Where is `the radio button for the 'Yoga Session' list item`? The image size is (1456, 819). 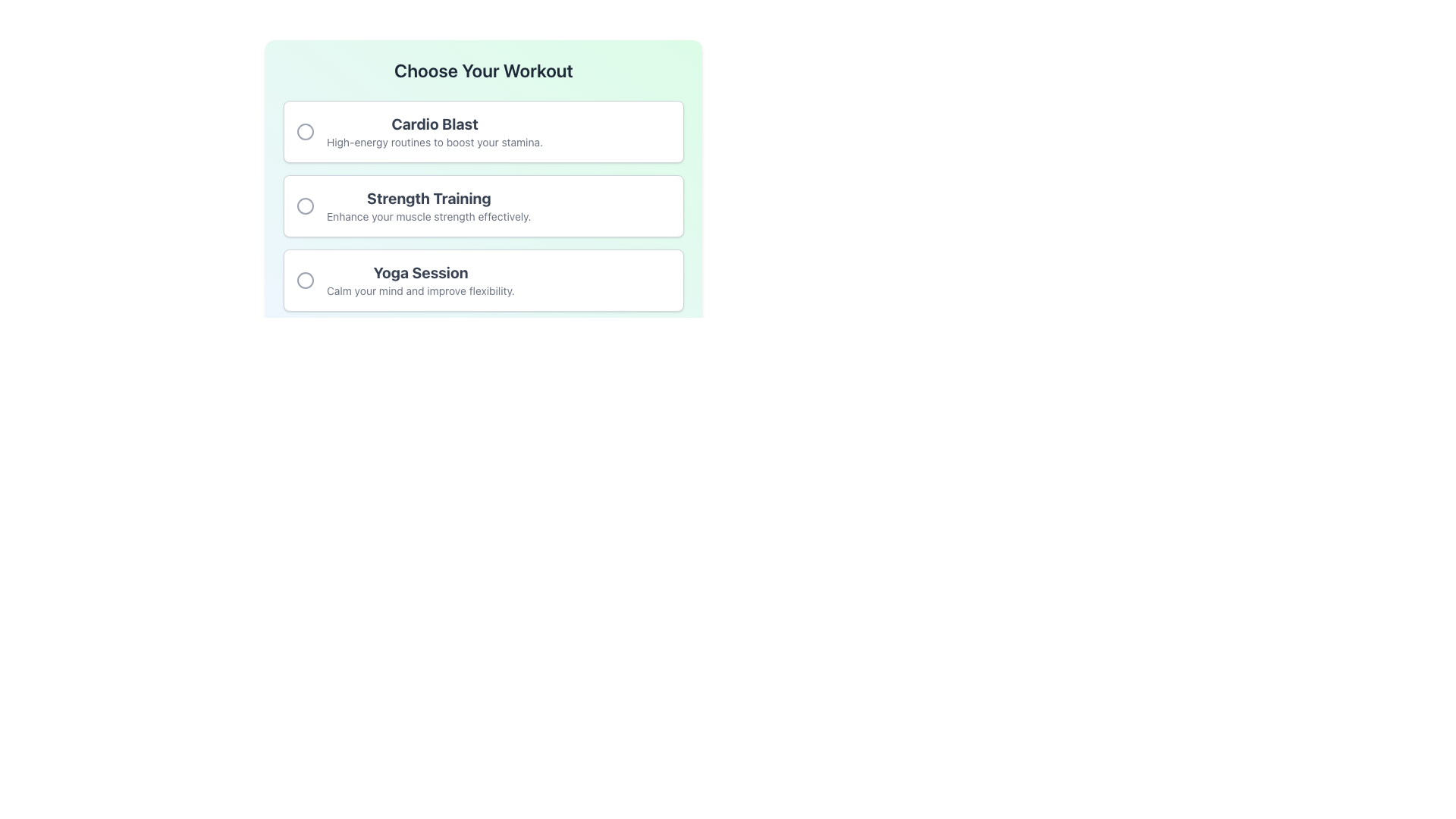
the radio button for the 'Yoga Session' list item is located at coordinates (305, 281).